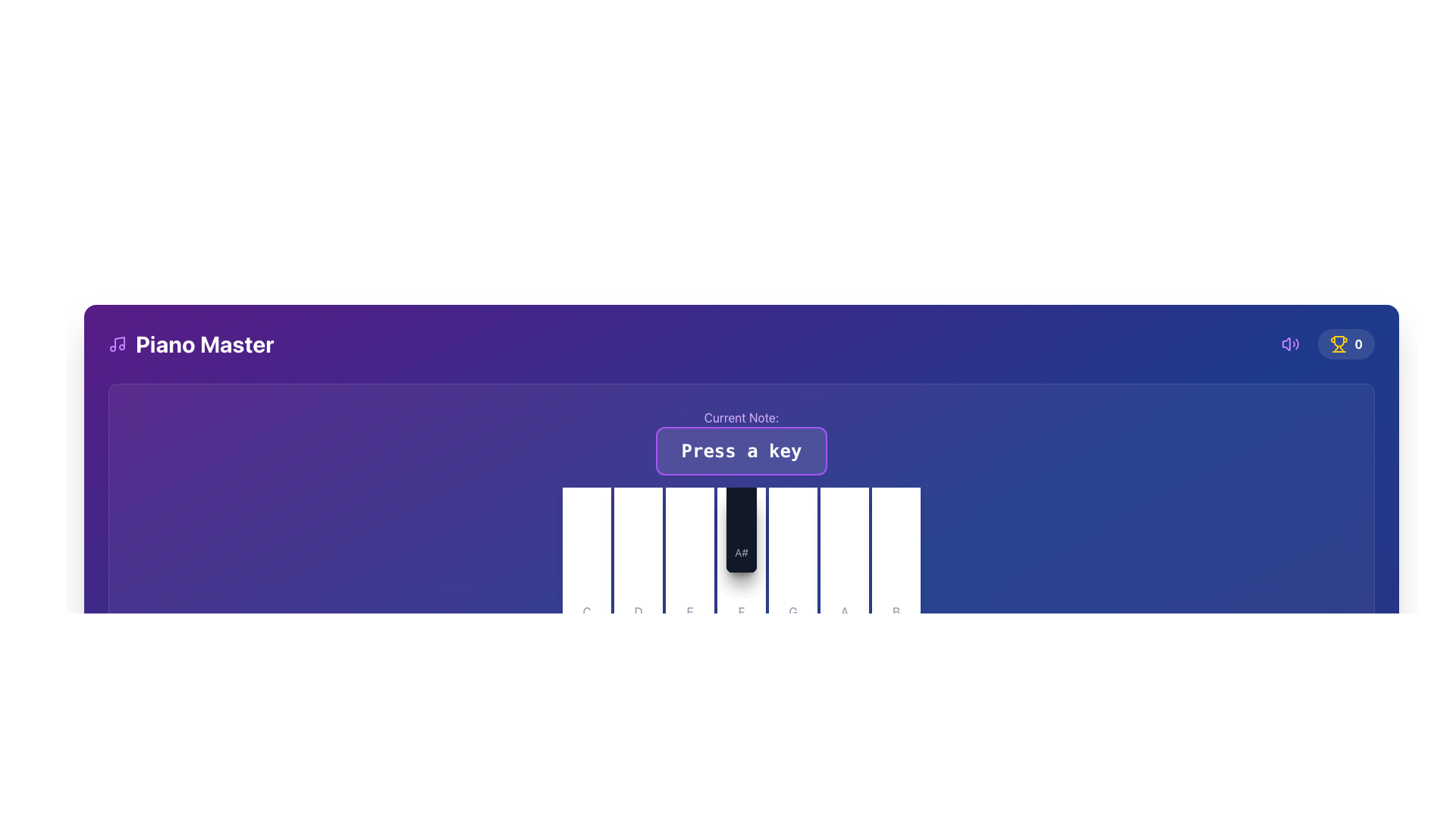 The image size is (1456, 819). I want to click on instruction displayed in the text display area, which is located directly below the header section and above the piano keys, so click(742, 435).